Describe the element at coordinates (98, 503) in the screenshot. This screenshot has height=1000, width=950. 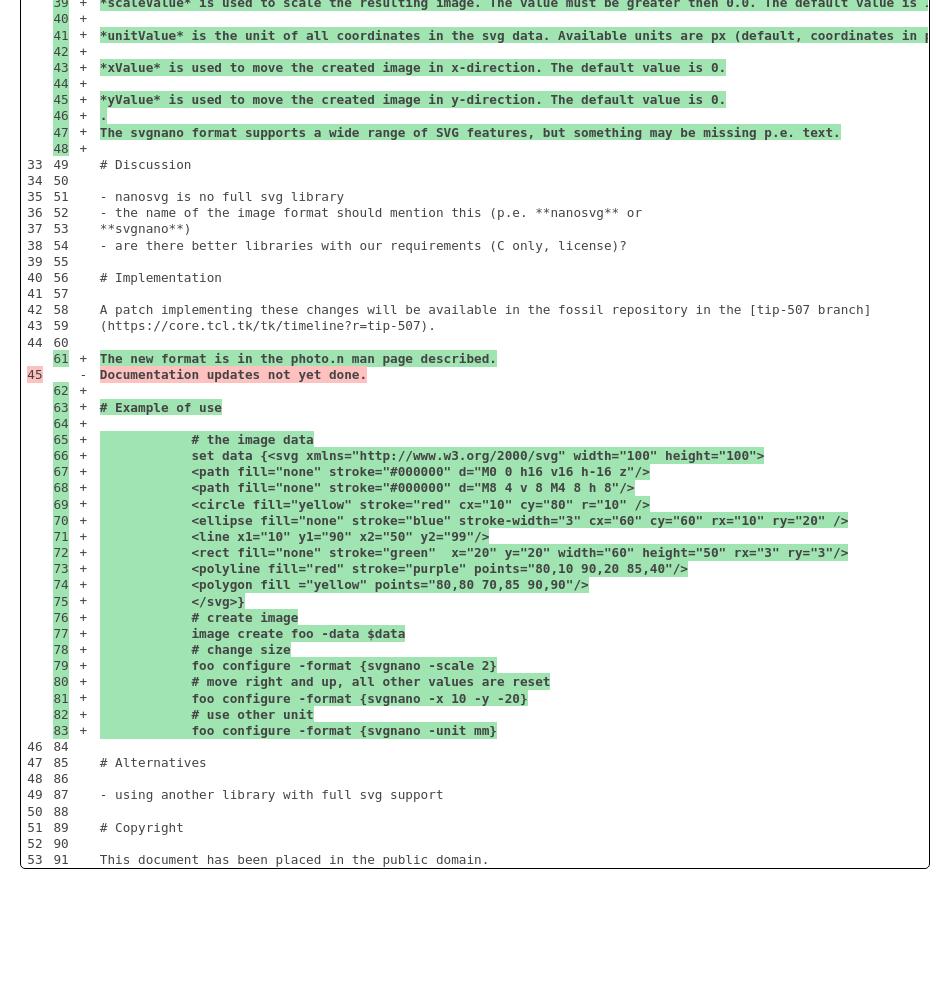
I see `'<circle fill="yellow" stroke="red" cx="10" cy="80" r="10" />'` at that location.